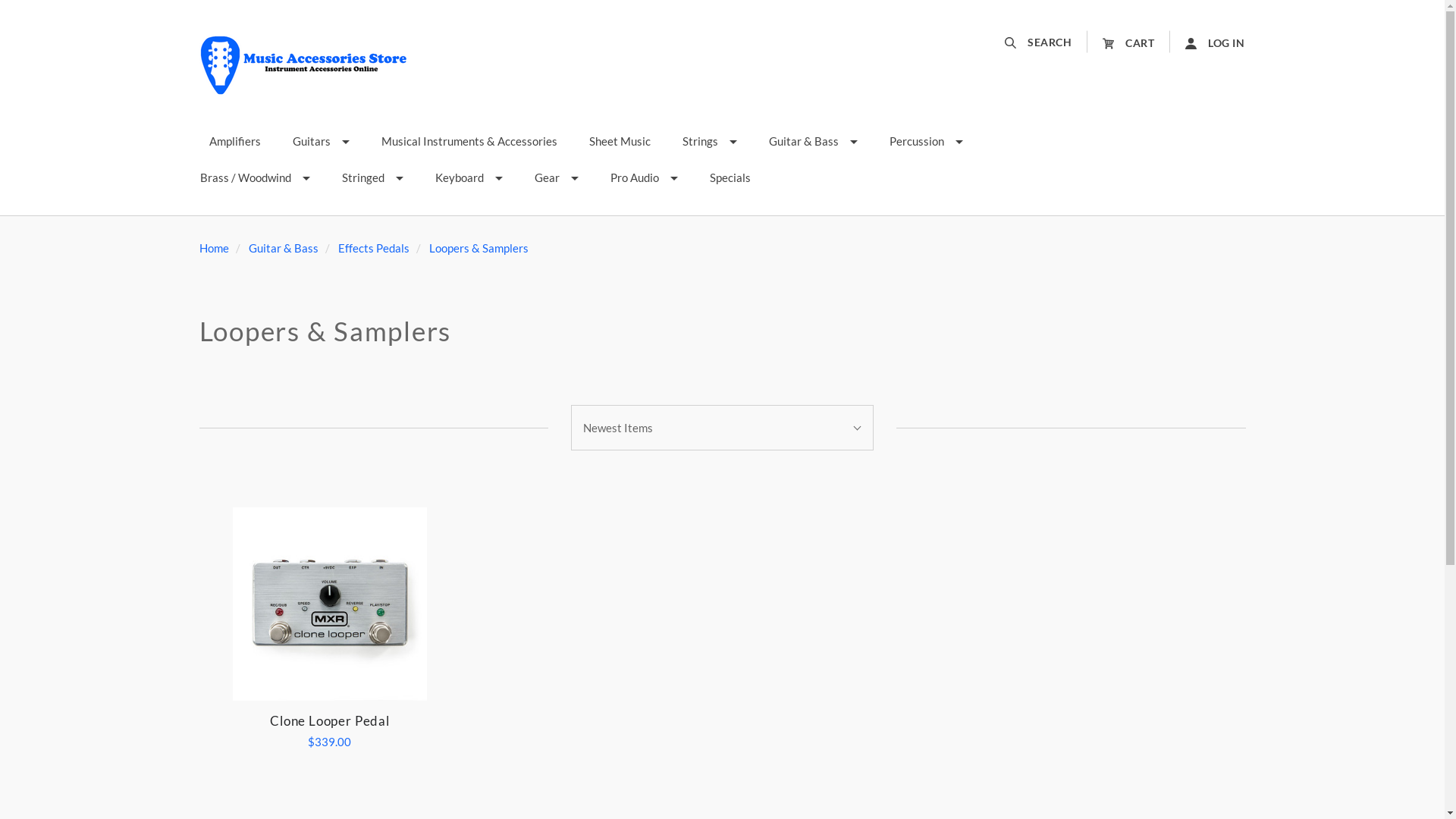 The height and width of the screenshot is (819, 1456). I want to click on 'Gear', so click(556, 177).